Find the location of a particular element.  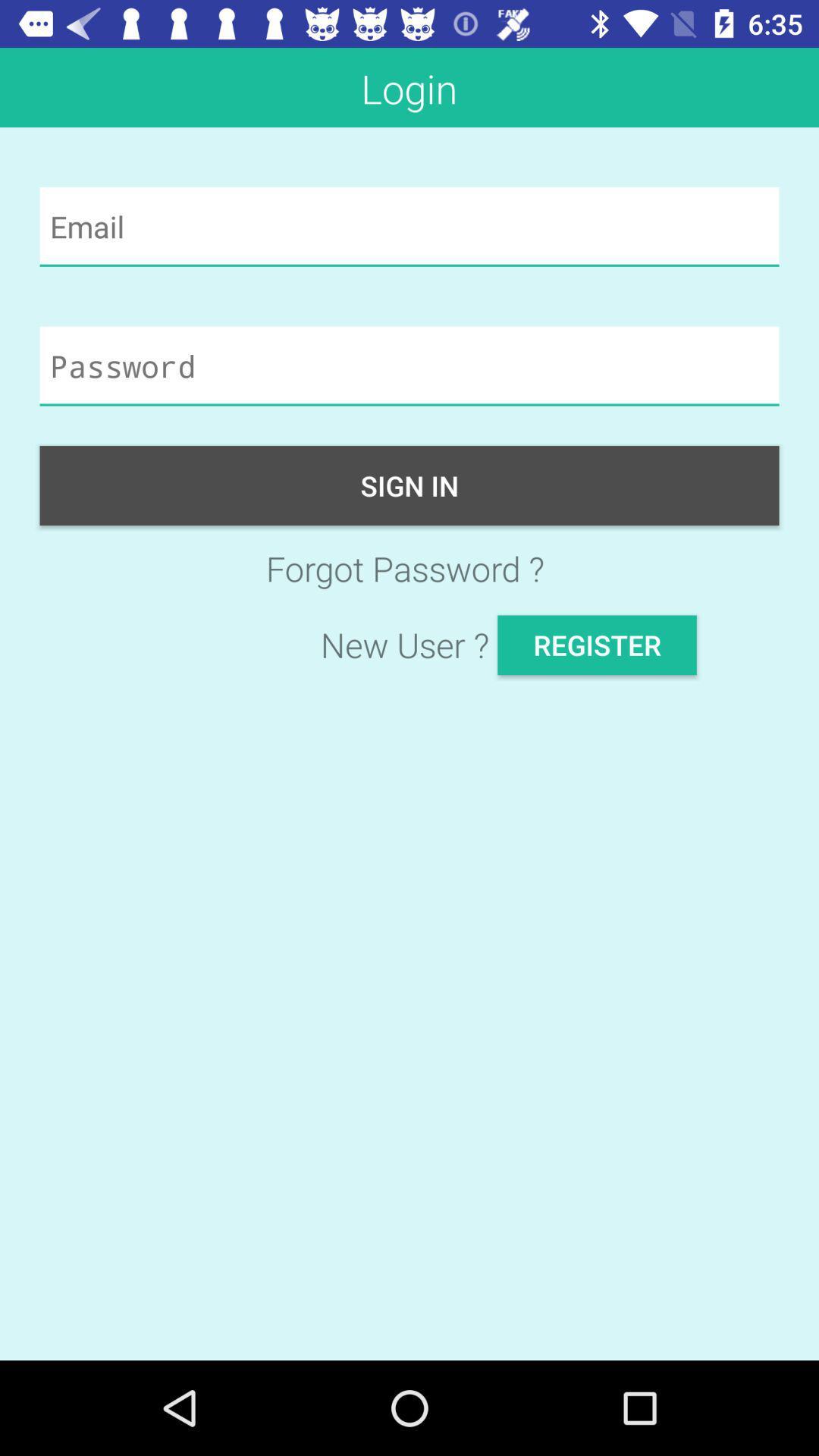

the forgot password ?  icon is located at coordinates (409, 567).